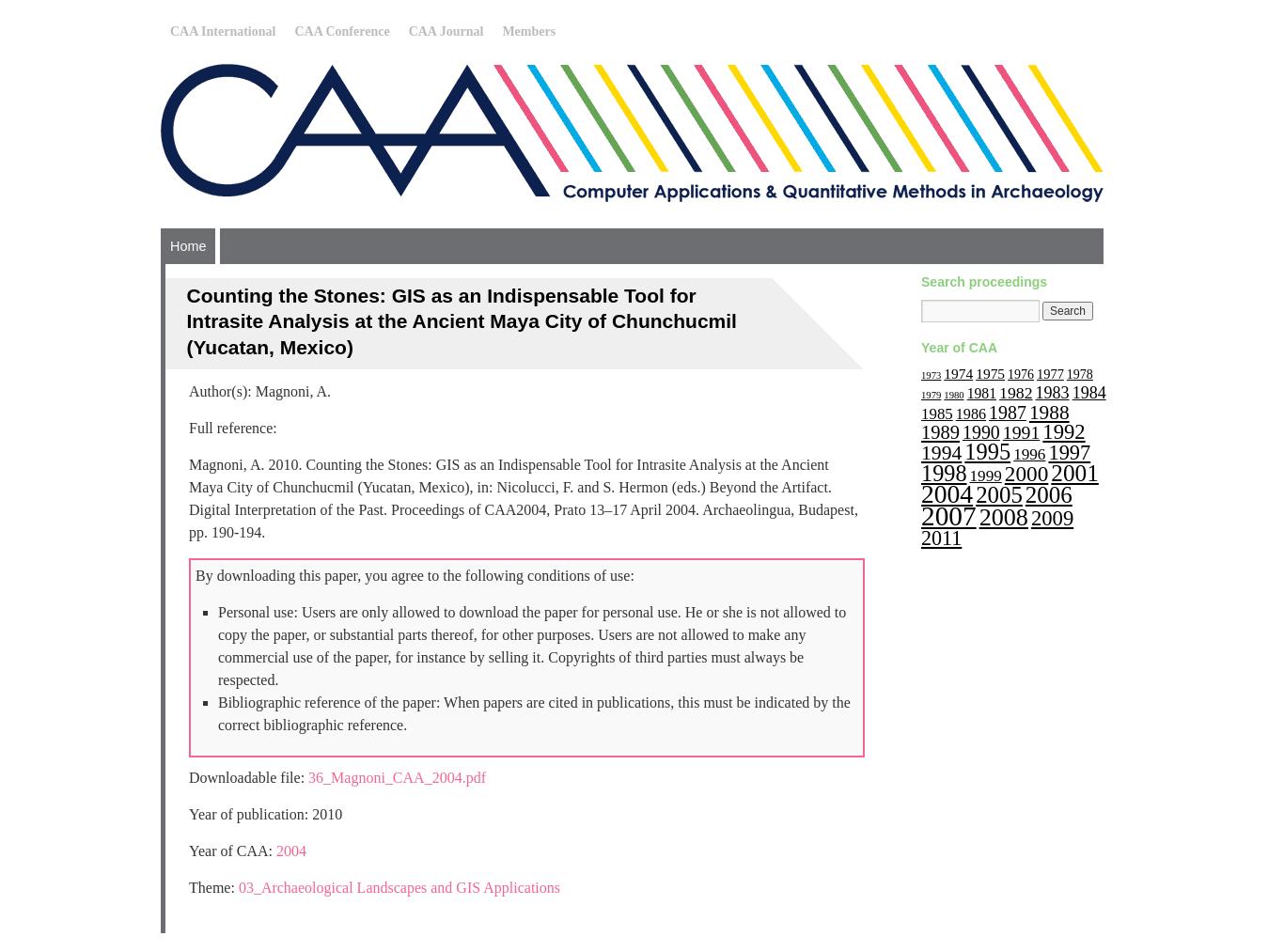 The height and width of the screenshot is (952, 1284). I want to click on '2000', so click(1025, 472).